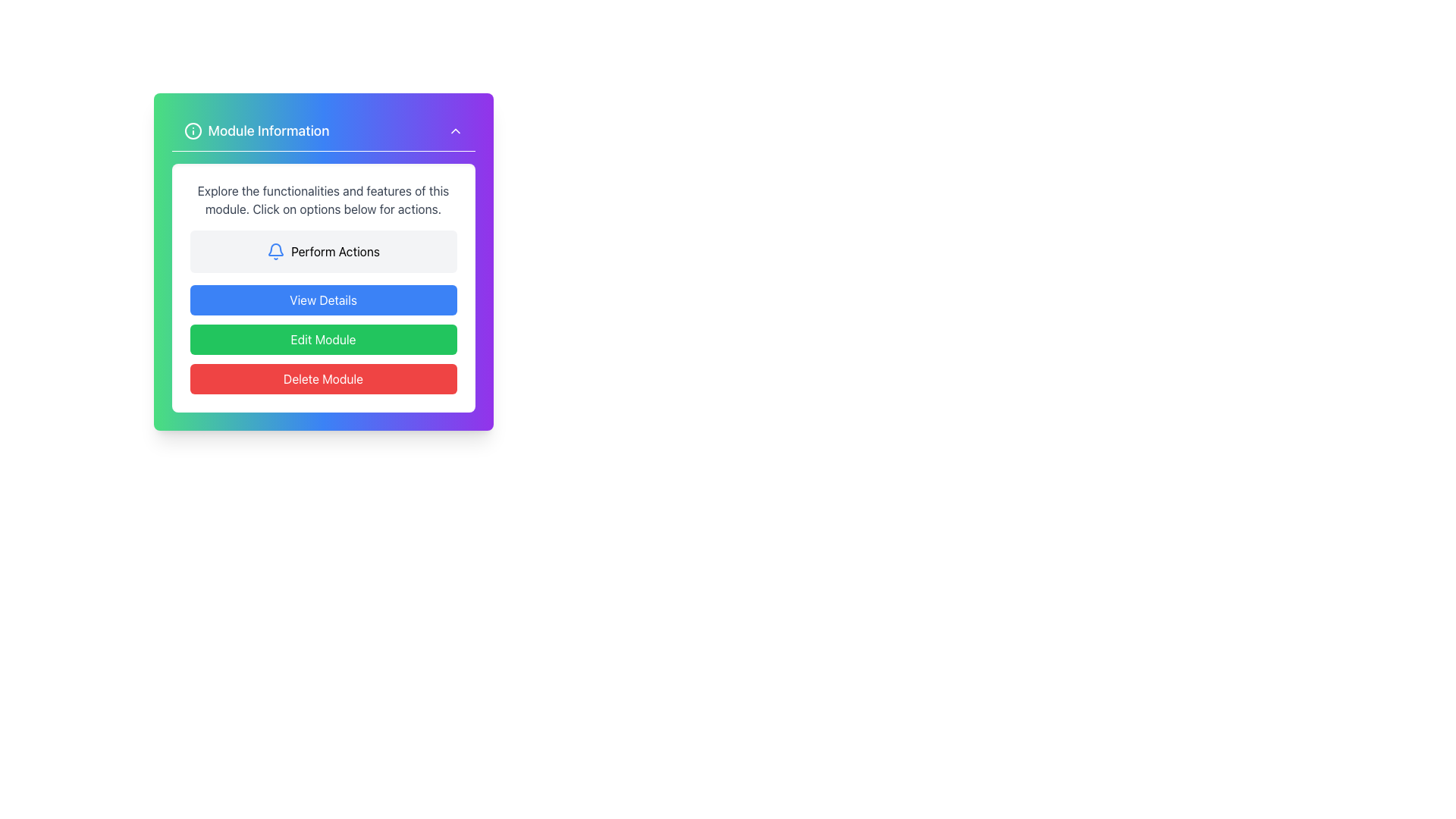 Image resolution: width=1456 pixels, height=819 pixels. I want to click on the interactive button with a notification bell icon and the text 'Perform Actions' to potentially reveal additional information, so click(322, 250).